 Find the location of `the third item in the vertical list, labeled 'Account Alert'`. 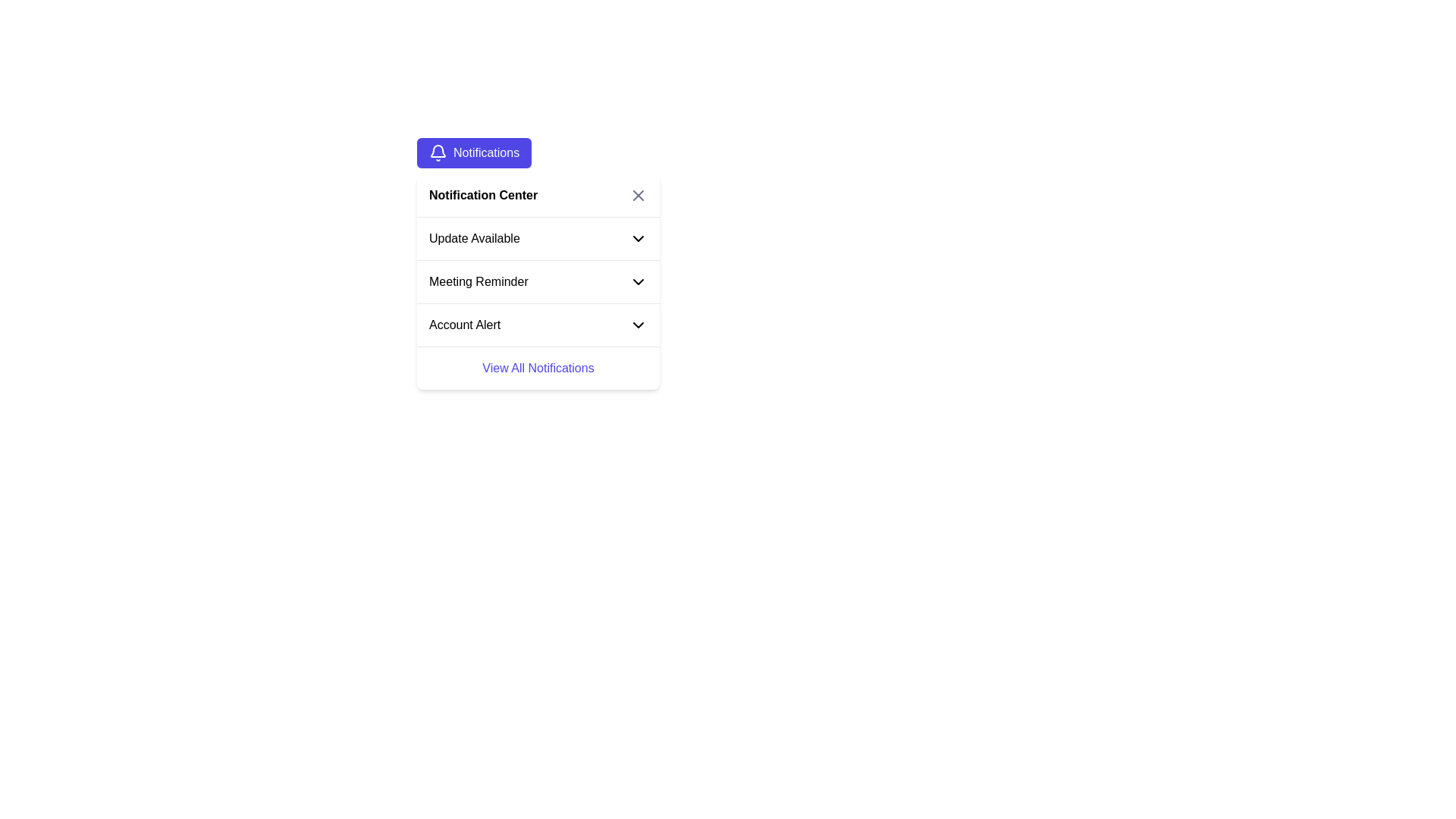

the third item in the vertical list, labeled 'Account Alert' is located at coordinates (538, 324).